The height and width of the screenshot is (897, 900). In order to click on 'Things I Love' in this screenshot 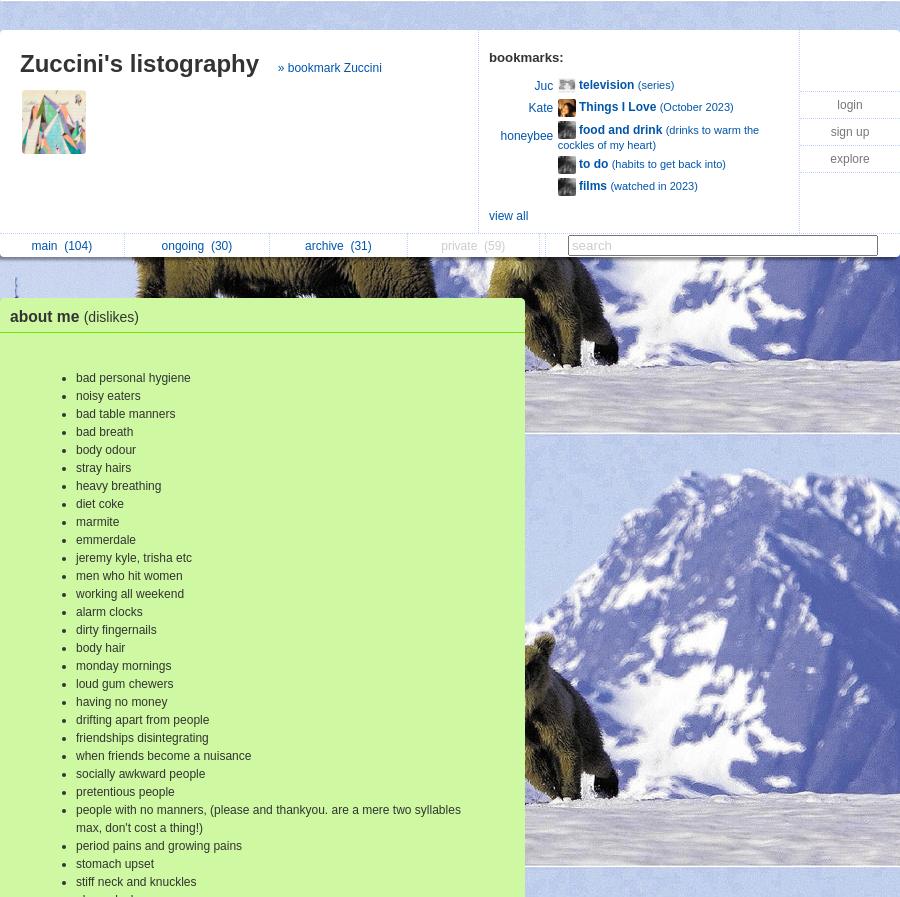, I will do `click(617, 106)`.